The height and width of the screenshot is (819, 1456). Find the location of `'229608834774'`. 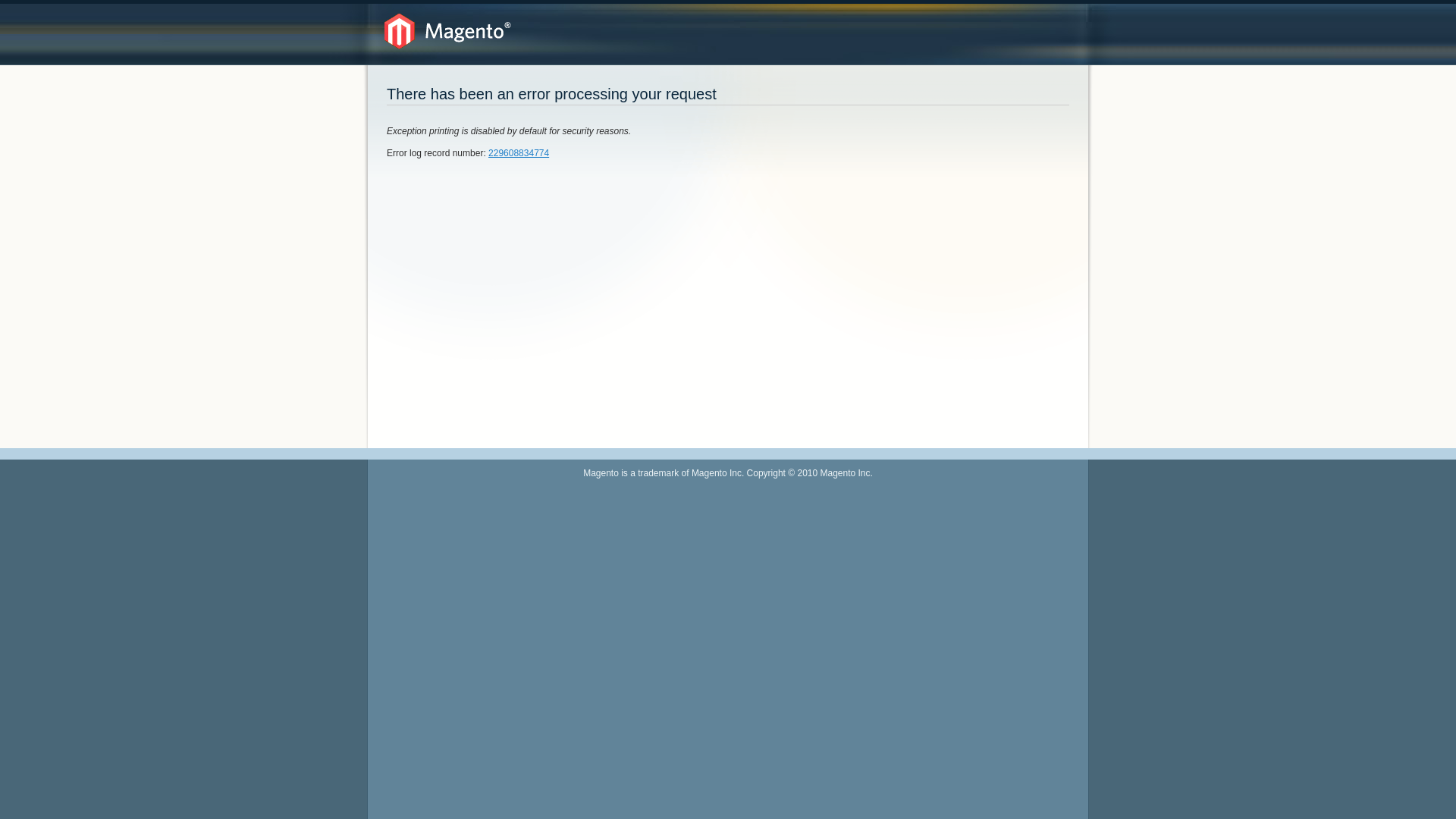

'229608834774' is located at coordinates (518, 152).